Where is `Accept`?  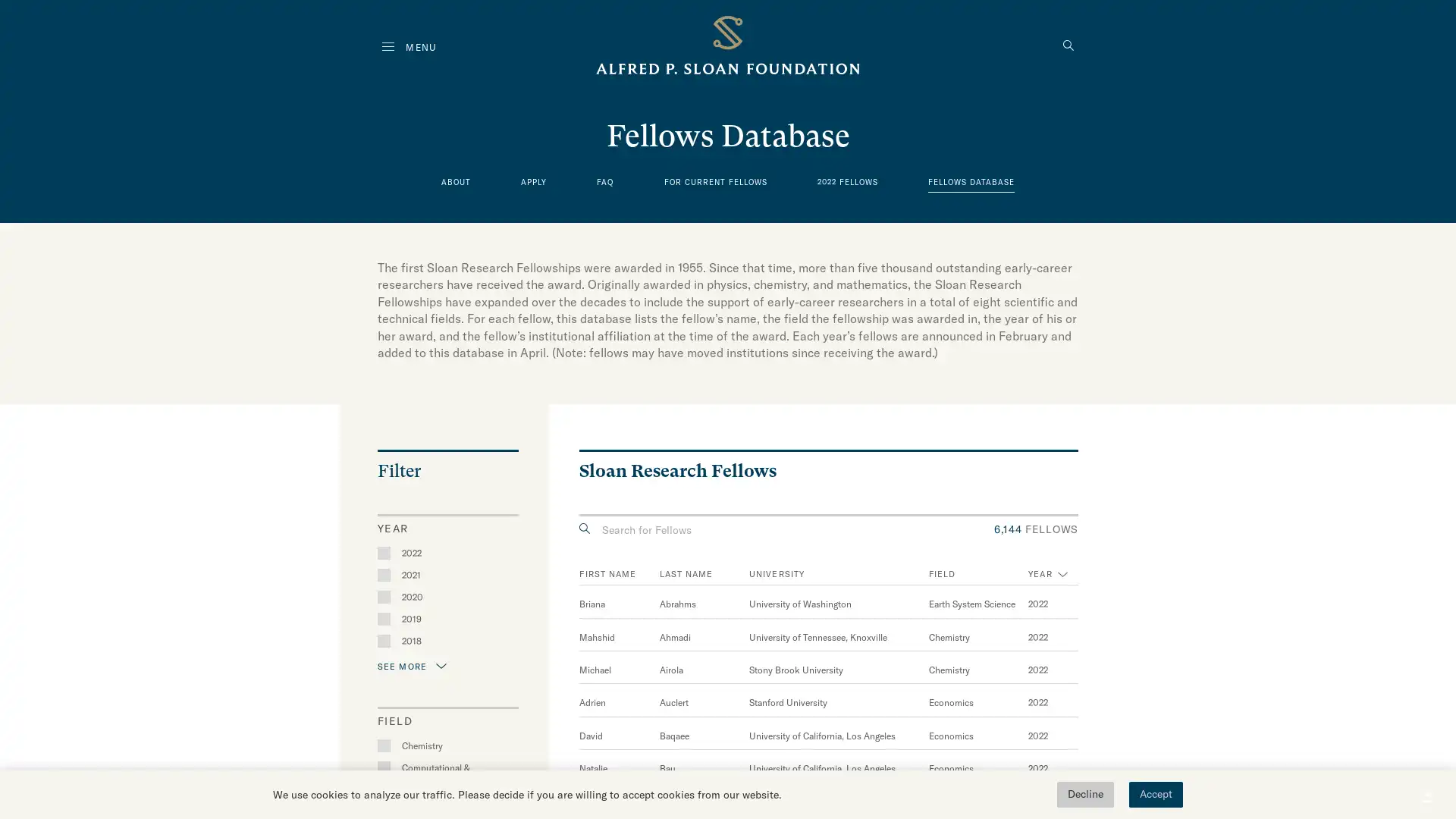 Accept is located at coordinates (1155, 794).